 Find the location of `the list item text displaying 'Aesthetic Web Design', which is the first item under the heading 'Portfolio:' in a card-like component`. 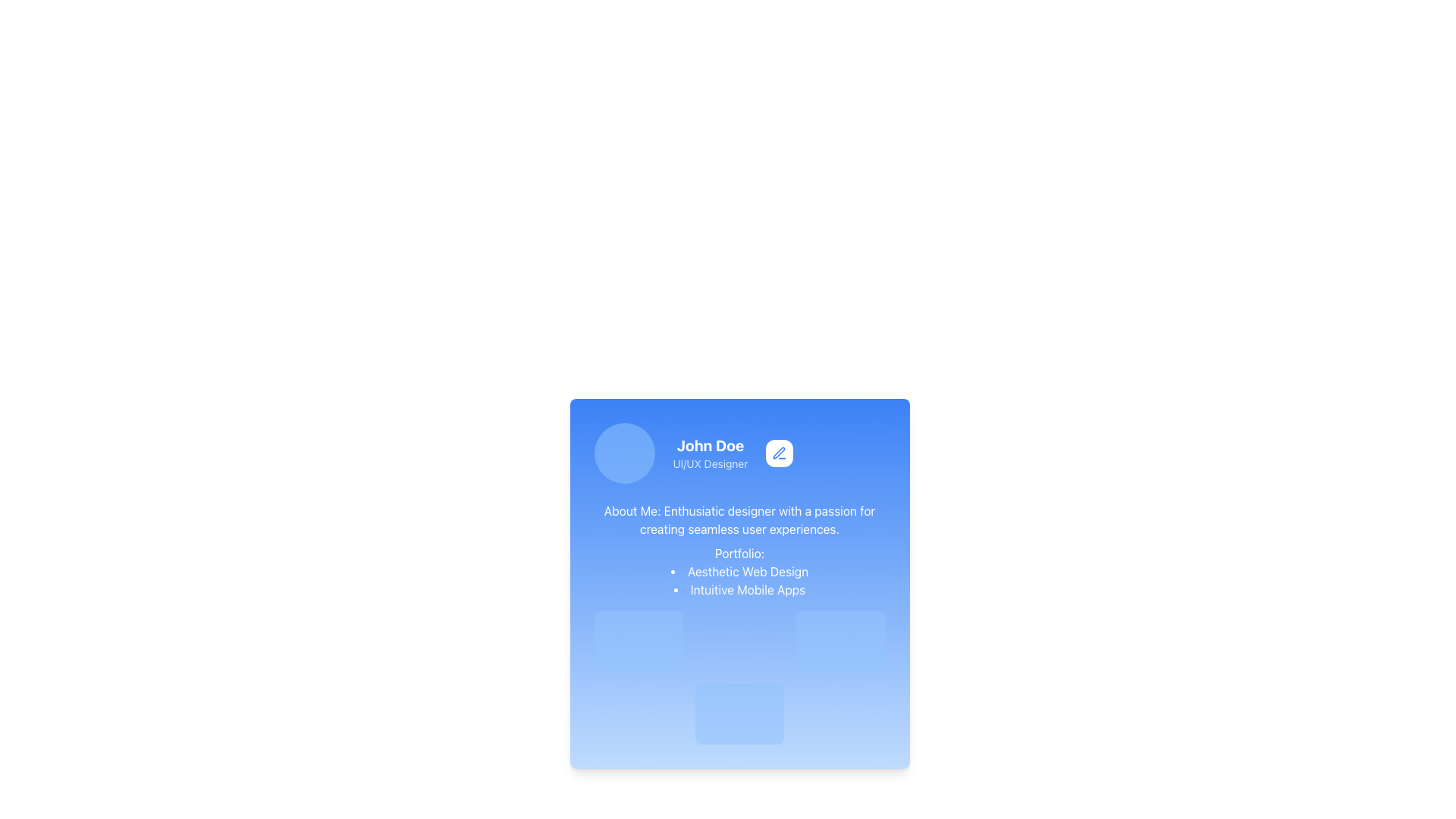

the list item text displaying 'Aesthetic Web Design', which is the first item under the heading 'Portfolio:' in a card-like component is located at coordinates (739, 571).